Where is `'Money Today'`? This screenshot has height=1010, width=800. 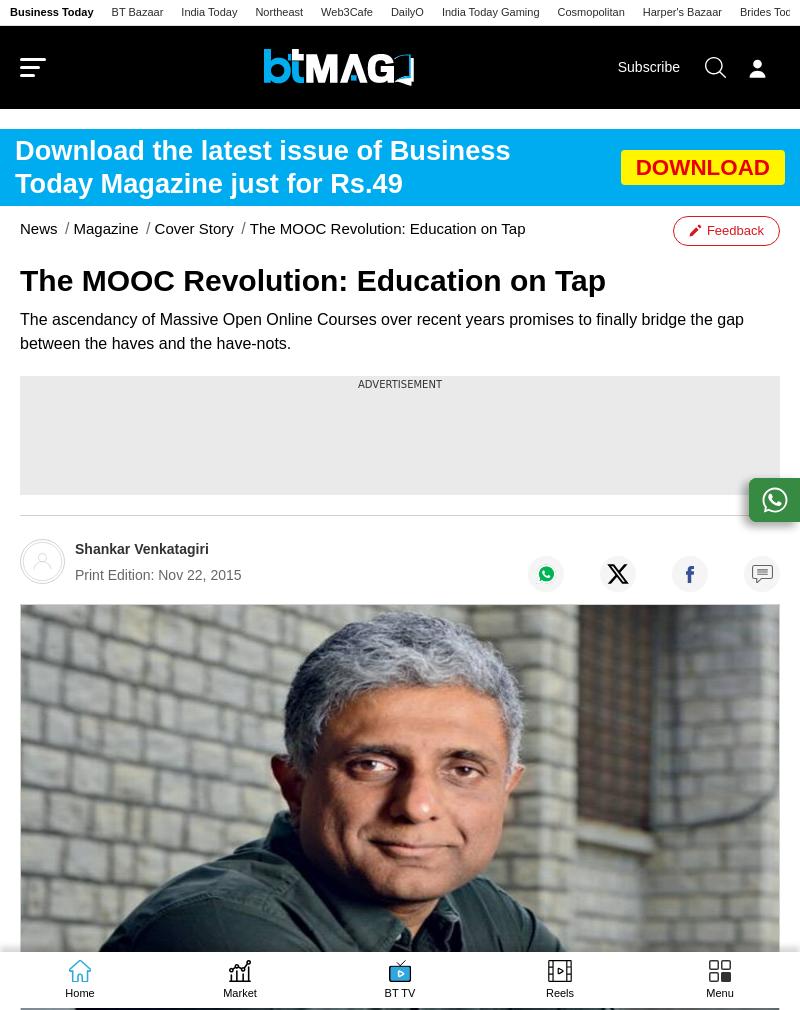 'Money Today' is located at coordinates (444, 725).